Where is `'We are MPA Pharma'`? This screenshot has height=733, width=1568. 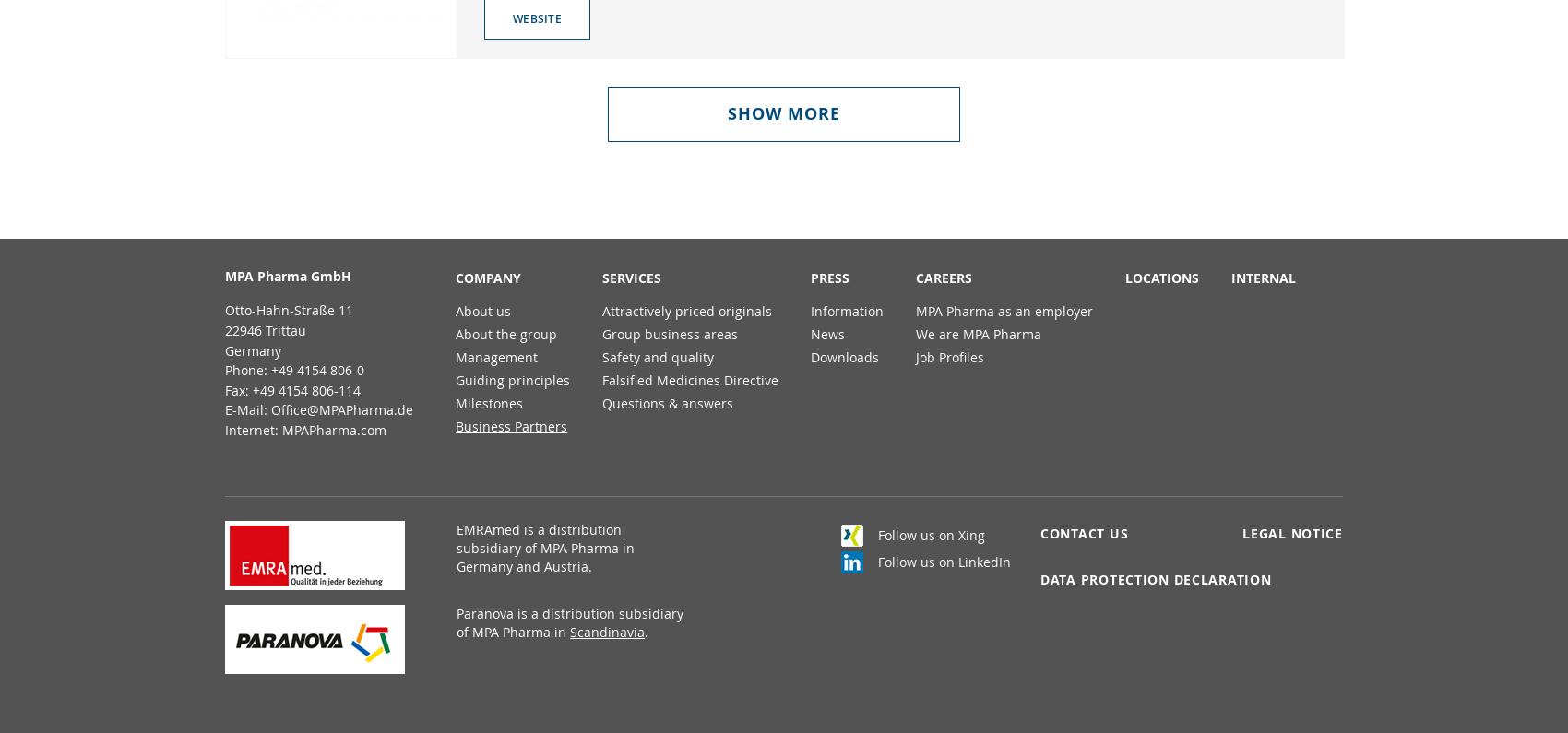
'We are MPA Pharma' is located at coordinates (977, 333).